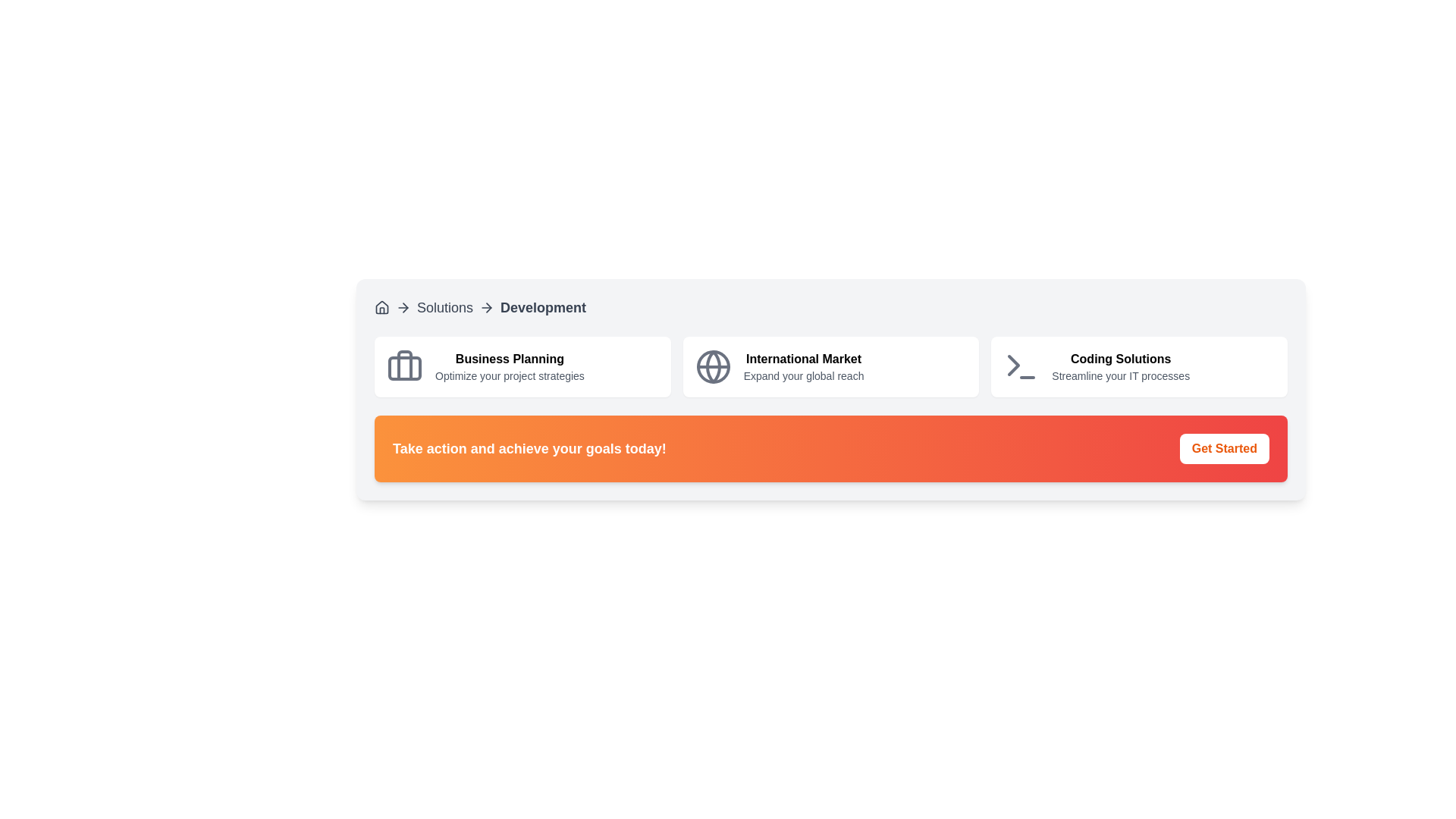 This screenshot has height=819, width=1456. What do you see at coordinates (488, 307) in the screenshot?
I see `right arrow icon located in the navigation breadcrumb between the 'Solutions' and 'Development' labels, positioned near the top left of the interface` at bounding box center [488, 307].